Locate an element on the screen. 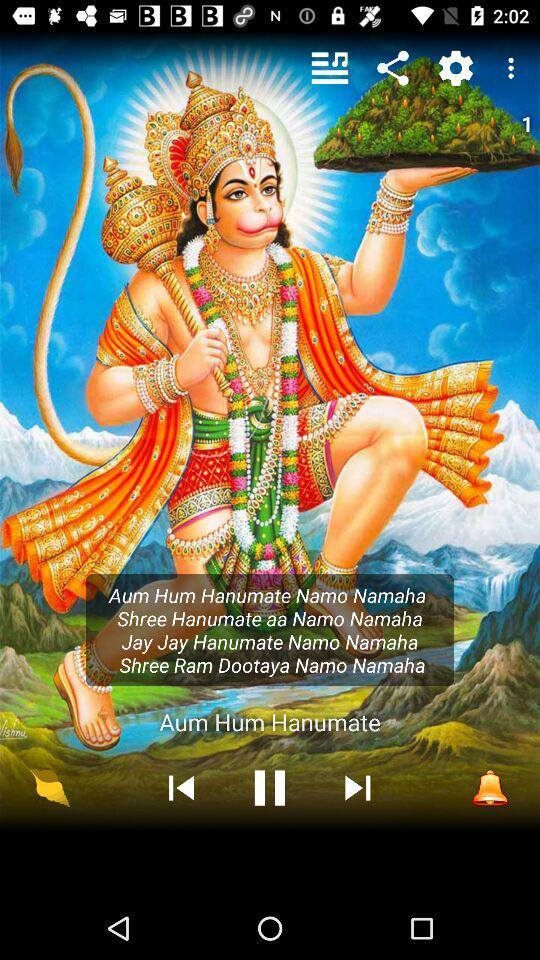 The width and height of the screenshot is (540, 960). share icon is located at coordinates (393, 68).